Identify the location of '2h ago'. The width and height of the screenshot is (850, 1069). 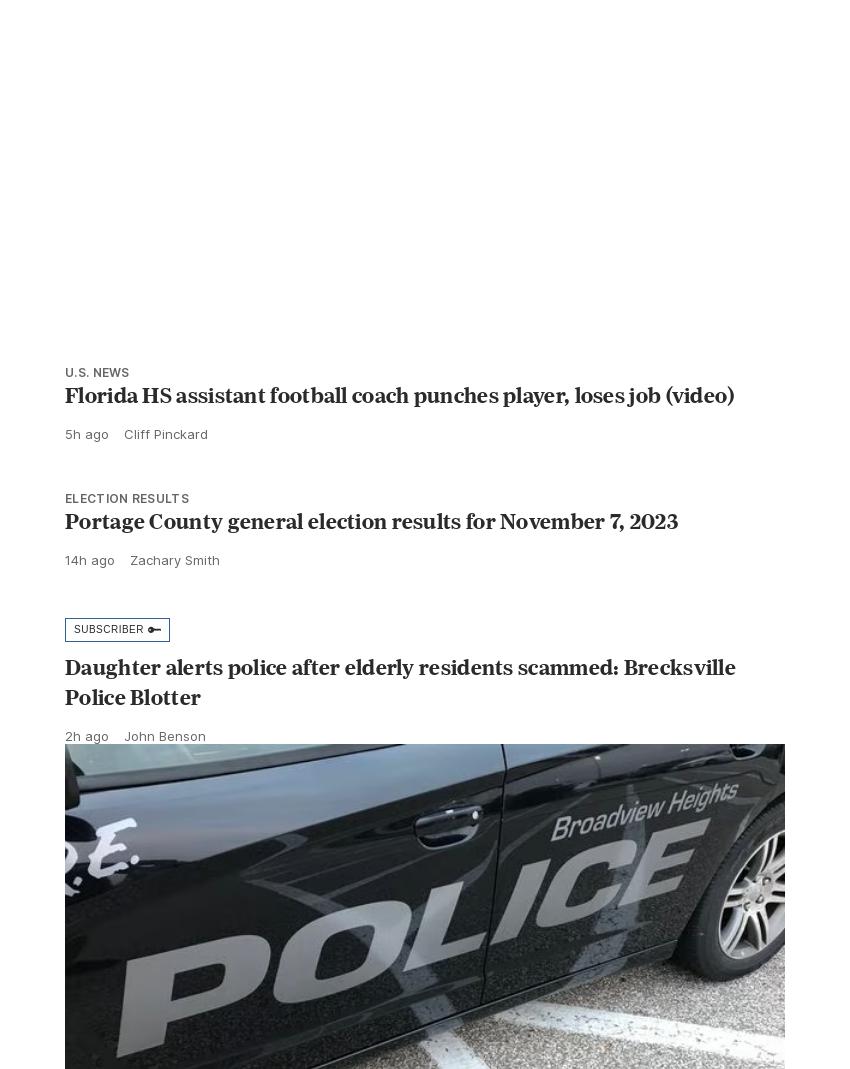
(86, 780).